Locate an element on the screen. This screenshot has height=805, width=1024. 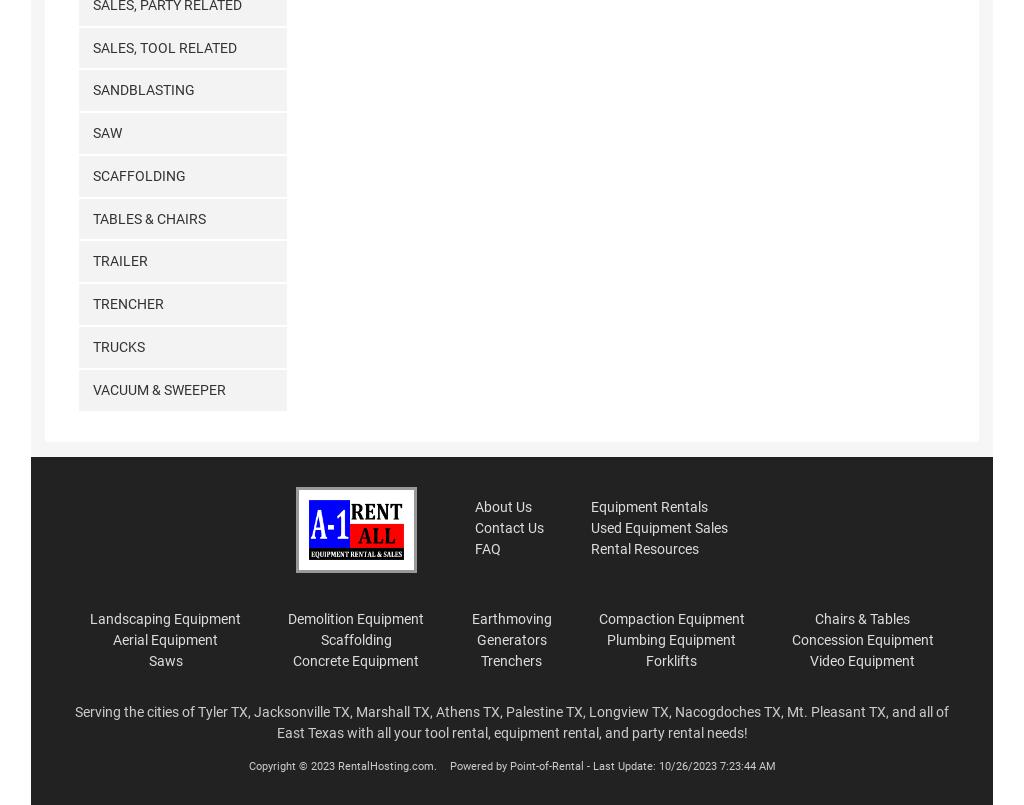
'Powered by Point-of-Rental - Last Update: 10/26/2023 7:23:44 AM' is located at coordinates (610, 765).